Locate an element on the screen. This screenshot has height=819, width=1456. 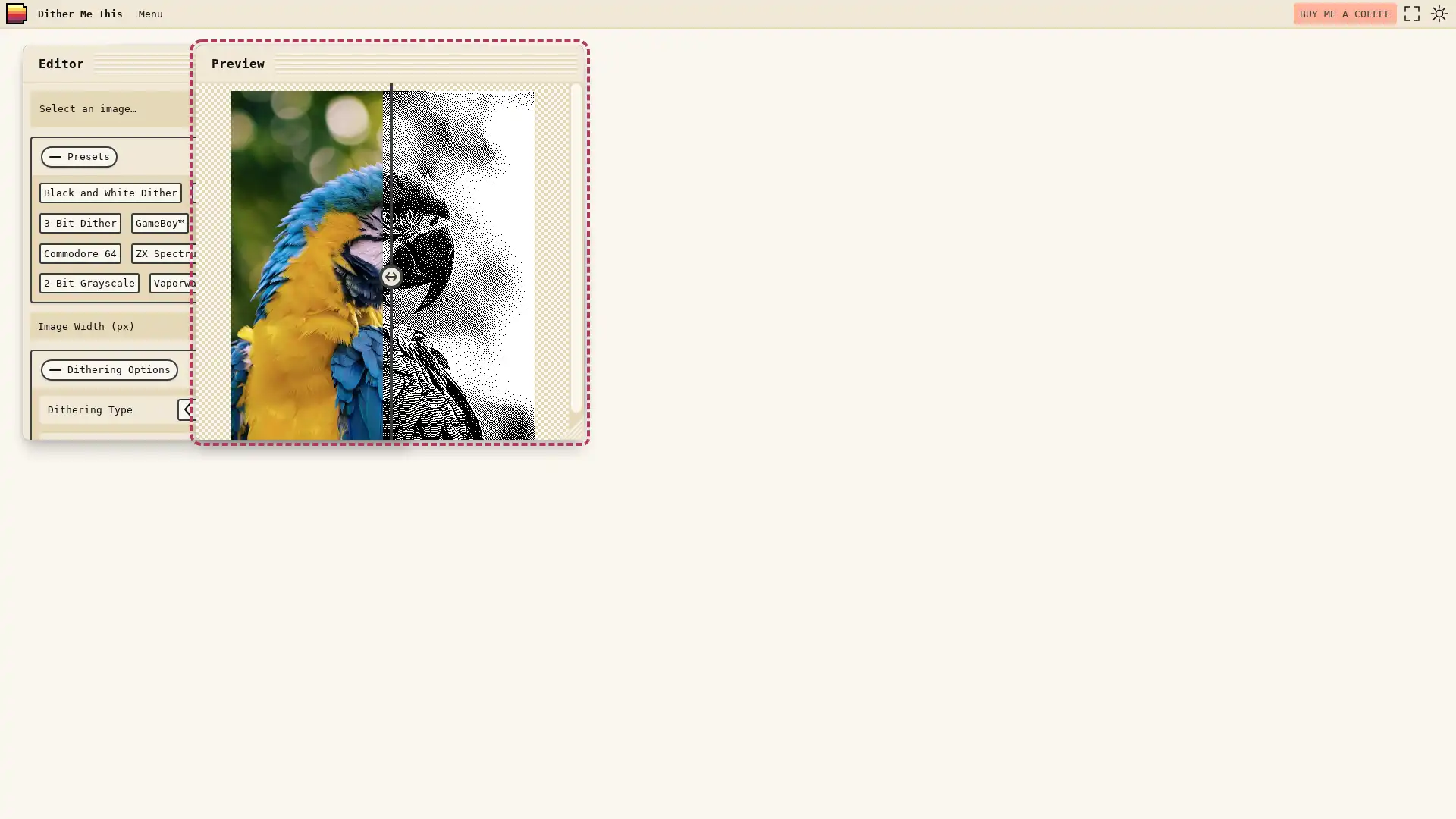
Choose File is located at coordinates (258, 108).